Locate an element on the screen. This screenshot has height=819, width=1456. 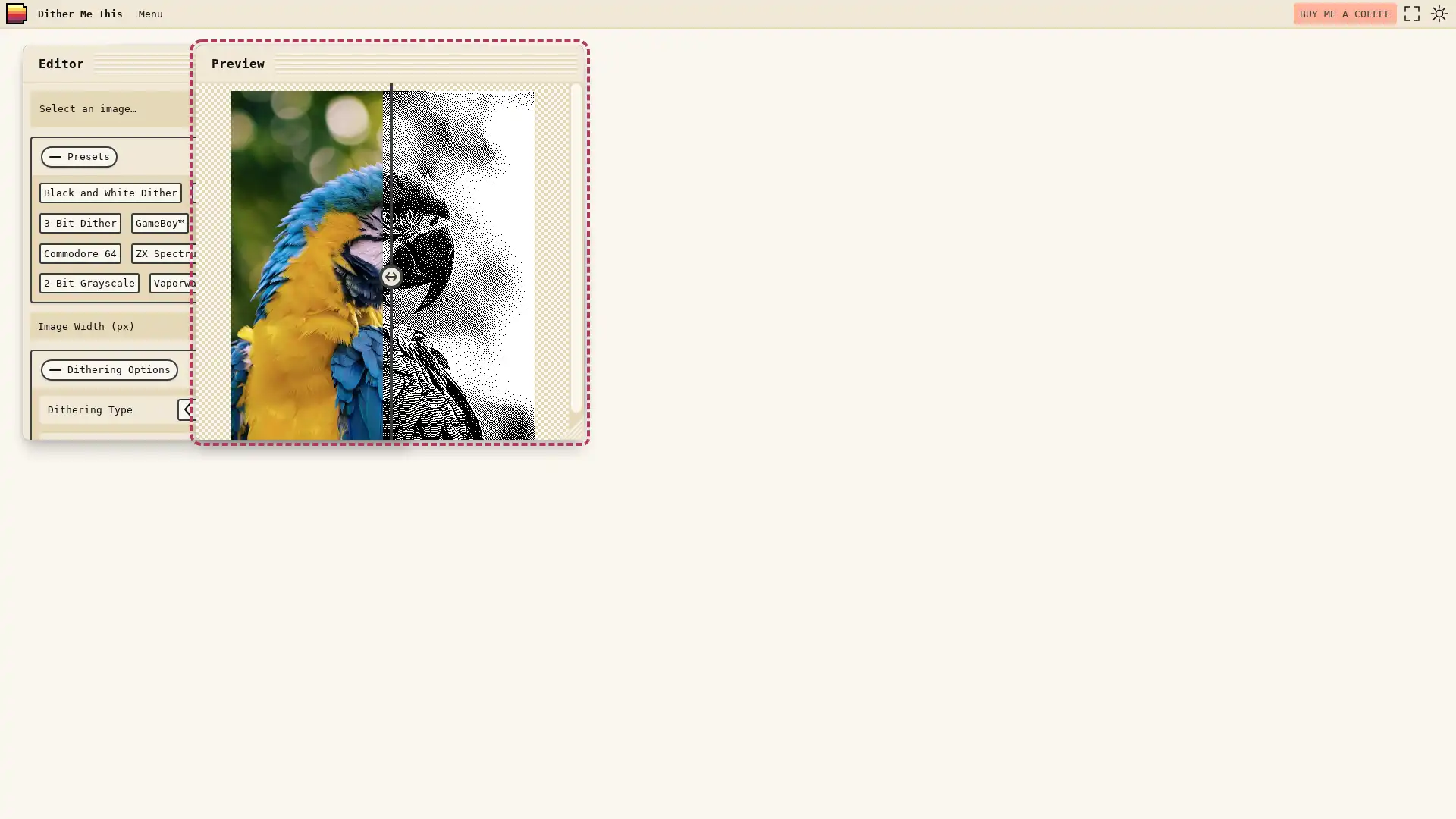
Choose File is located at coordinates (258, 108).